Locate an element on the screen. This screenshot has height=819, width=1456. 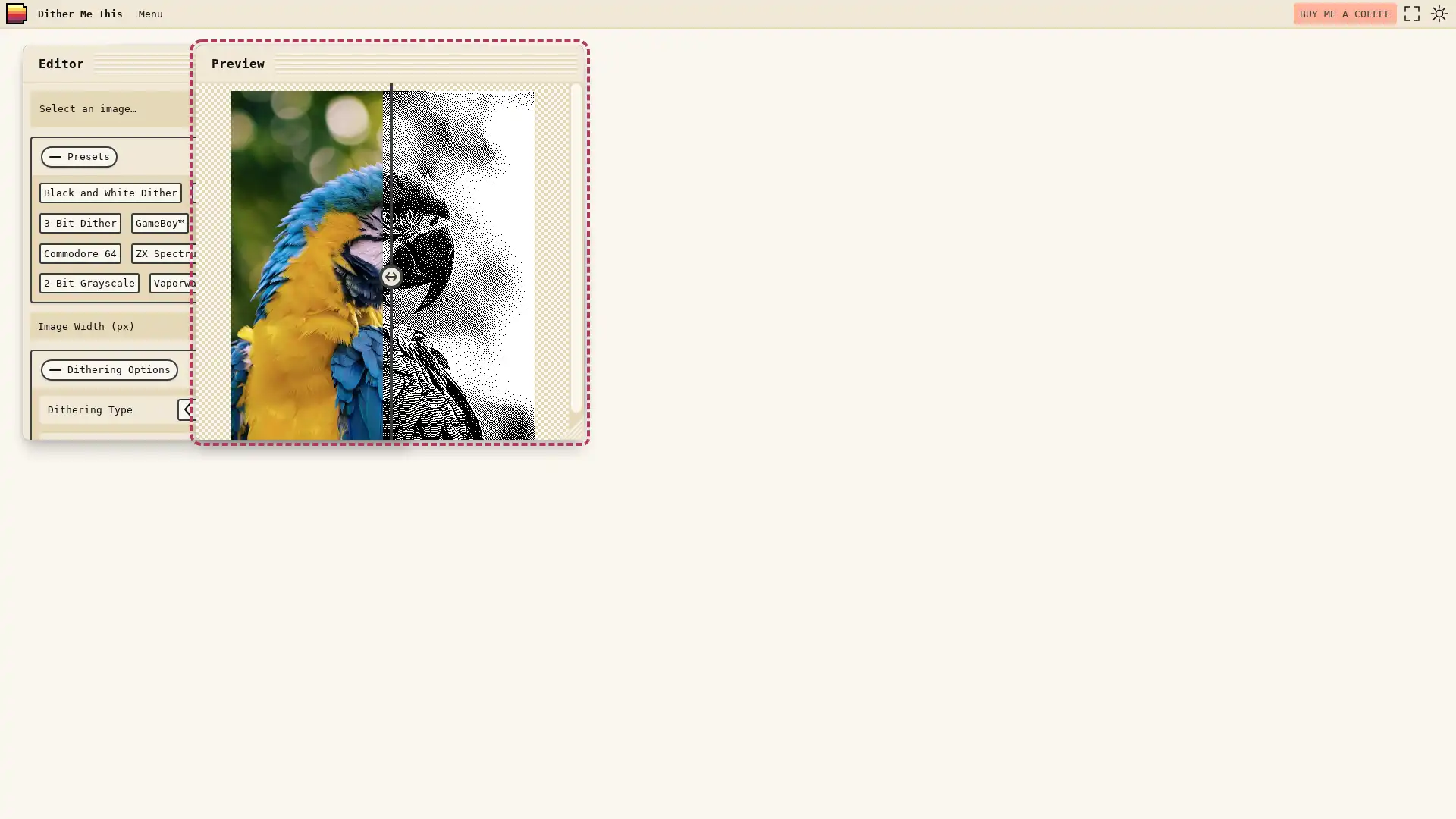
Choose File is located at coordinates (258, 108).